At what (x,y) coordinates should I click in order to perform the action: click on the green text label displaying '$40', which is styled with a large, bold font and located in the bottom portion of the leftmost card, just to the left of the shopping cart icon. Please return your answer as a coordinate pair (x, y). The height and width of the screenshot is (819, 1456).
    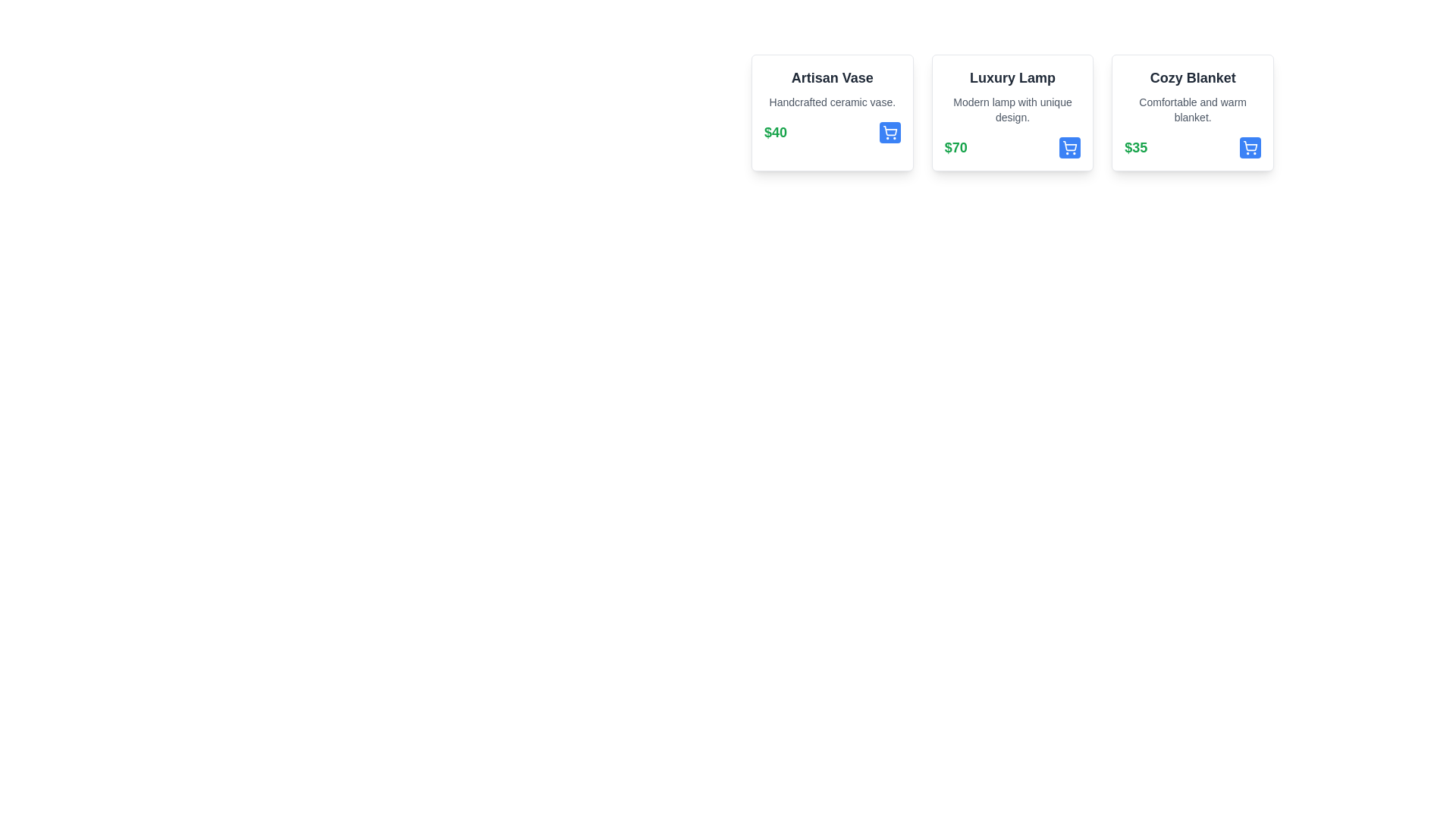
    Looking at the image, I should click on (775, 131).